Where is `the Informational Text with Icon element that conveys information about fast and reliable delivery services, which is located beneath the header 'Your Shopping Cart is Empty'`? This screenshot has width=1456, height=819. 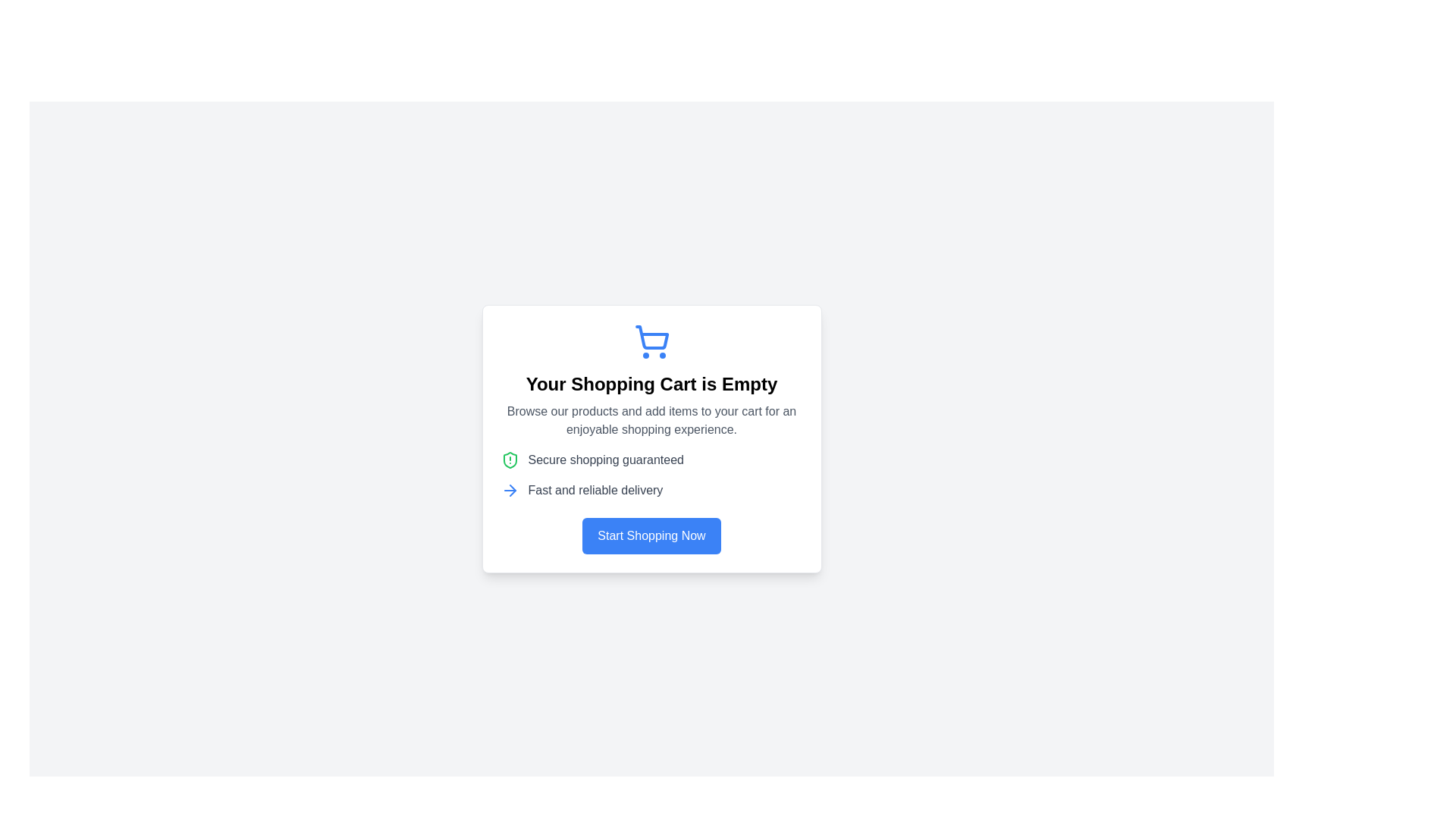
the Informational Text with Icon element that conveys information about fast and reliable delivery services, which is located beneath the header 'Your Shopping Cart is Empty' is located at coordinates (651, 491).